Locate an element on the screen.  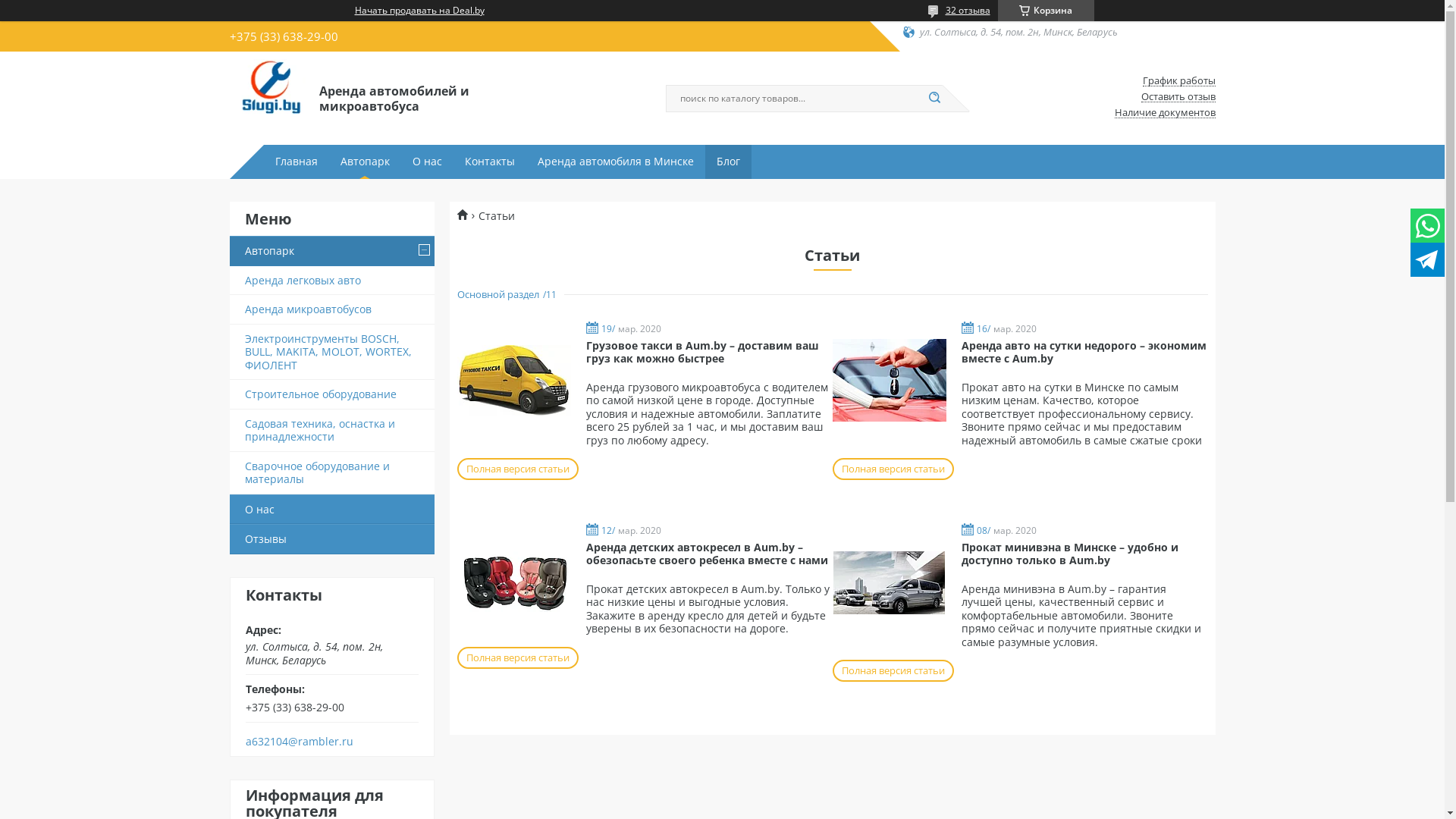
'a632104@rambler.ru' is located at coordinates (299, 741).